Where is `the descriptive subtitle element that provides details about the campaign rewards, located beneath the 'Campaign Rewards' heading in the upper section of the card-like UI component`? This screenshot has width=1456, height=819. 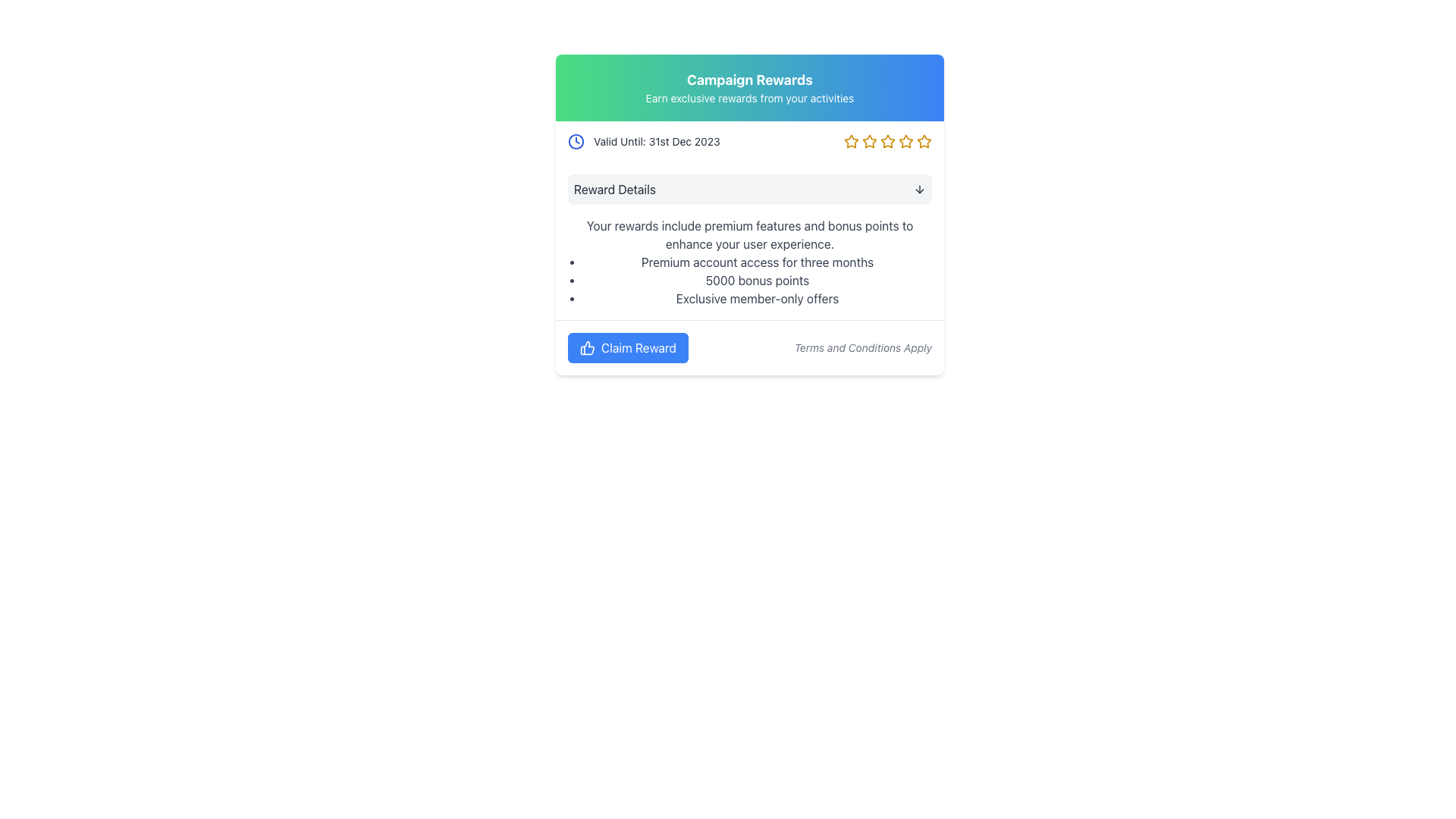
the descriptive subtitle element that provides details about the campaign rewards, located beneath the 'Campaign Rewards' heading in the upper section of the card-like UI component is located at coordinates (749, 99).